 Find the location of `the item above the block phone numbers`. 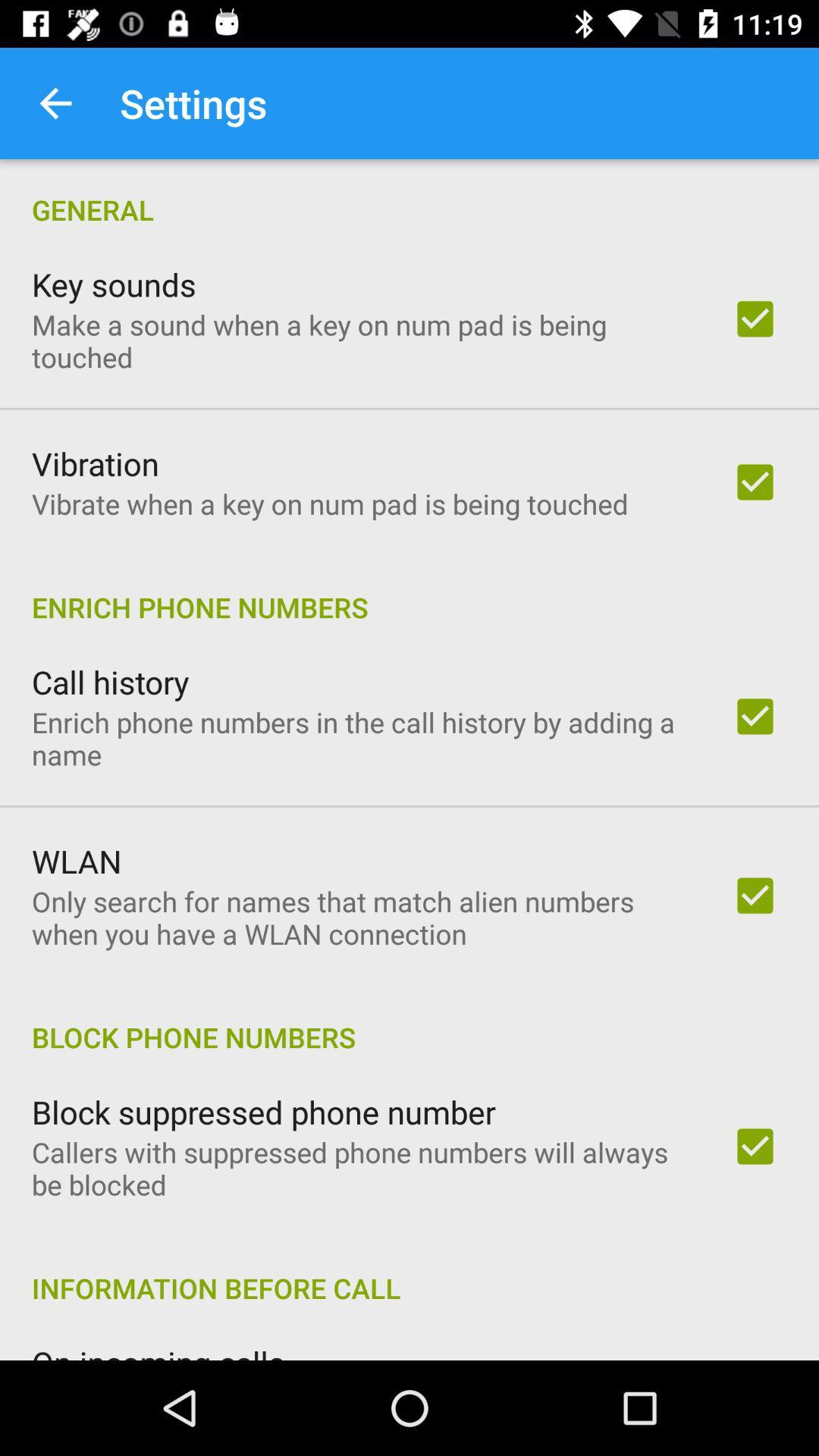

the item above the block phone numbers is located at coordinates (362, 917).